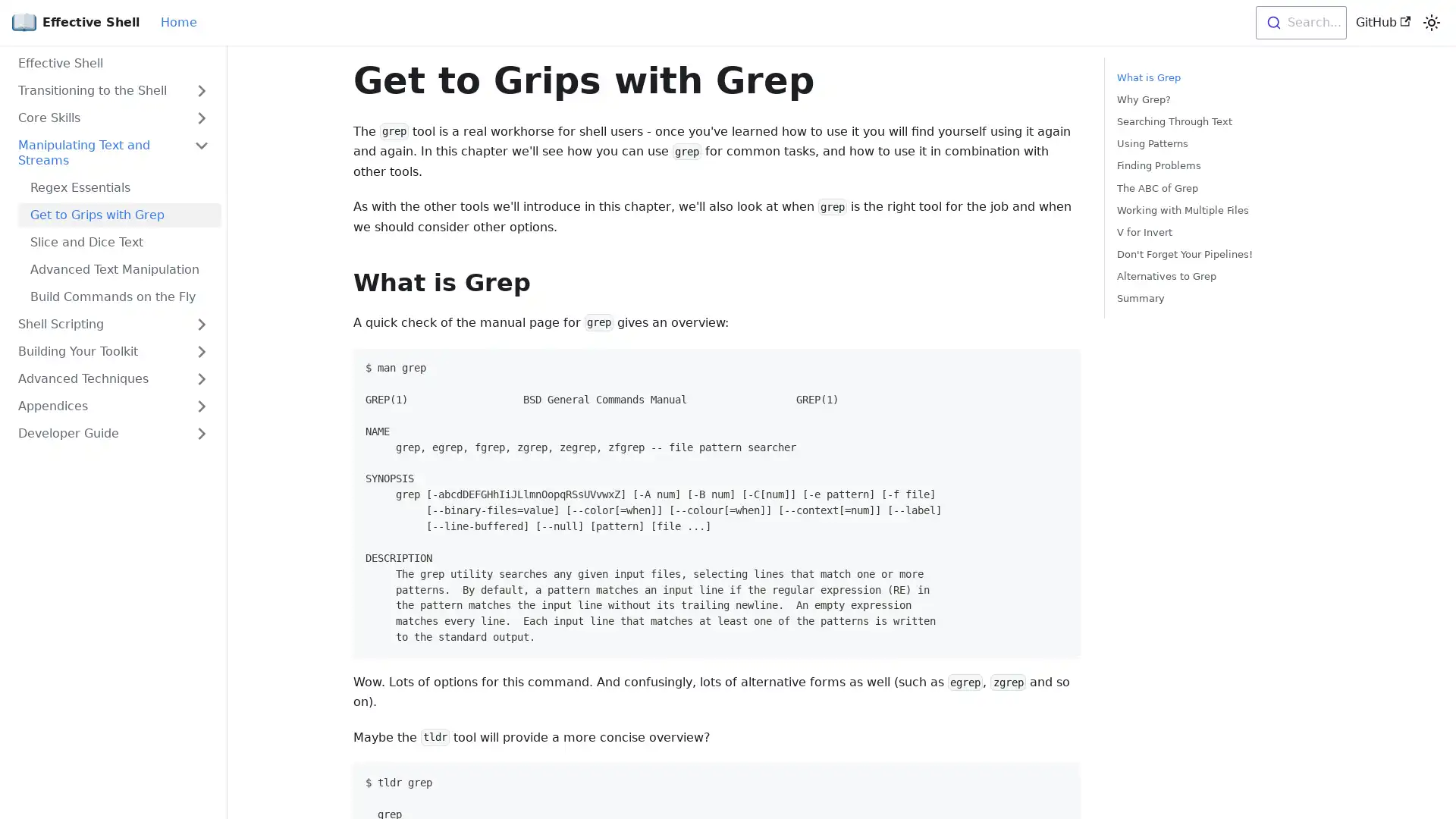 This screenshot has height=819, width=1456. I want to click on Copy code to clipboard, so click(1060, 366).